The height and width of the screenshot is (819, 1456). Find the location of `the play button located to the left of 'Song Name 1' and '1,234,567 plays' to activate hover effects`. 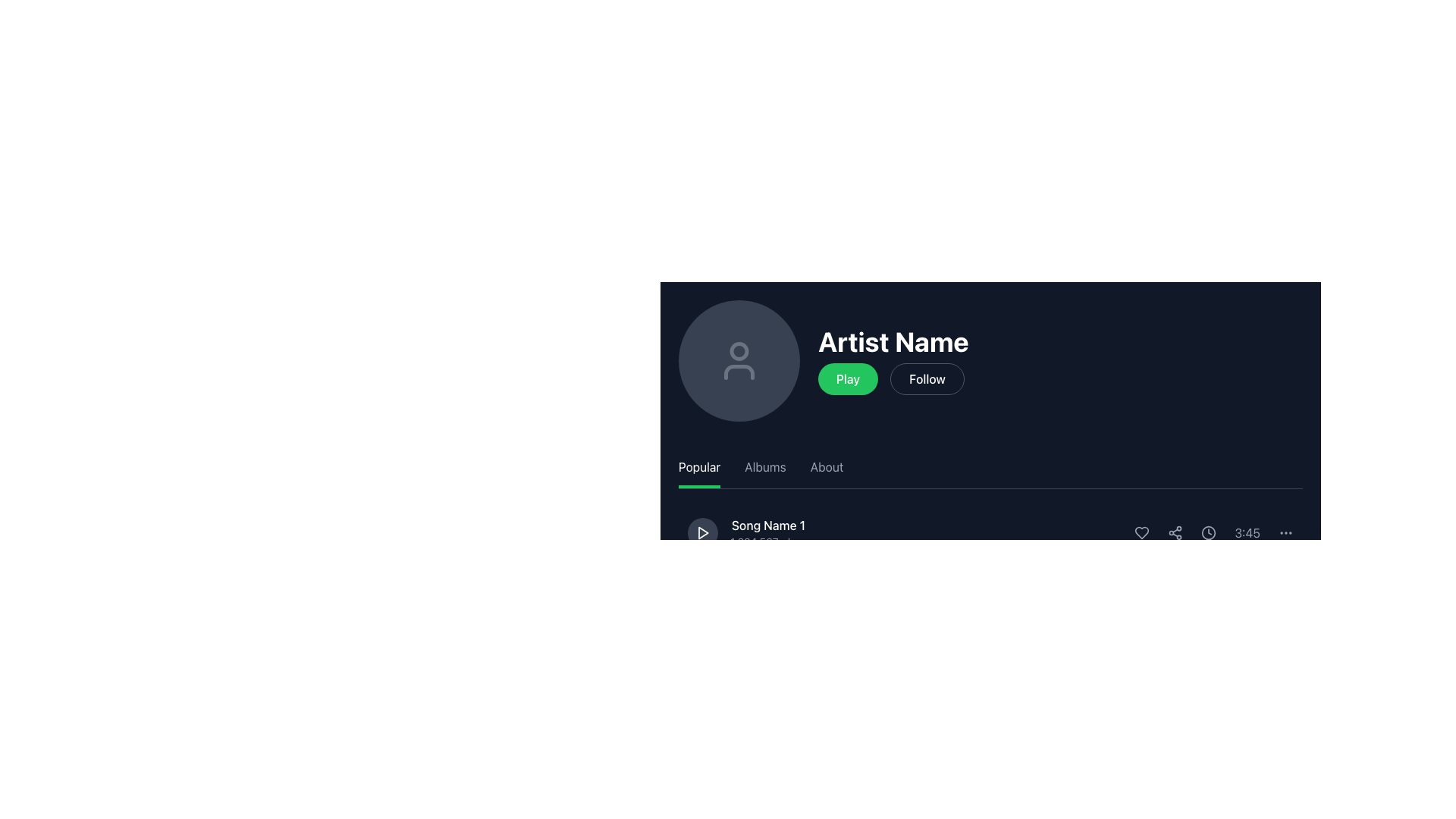

the play button located to the left of 'Song Name 1' and '1,234,567 plays' to activate hover effects is located at coordinates (701, 532).